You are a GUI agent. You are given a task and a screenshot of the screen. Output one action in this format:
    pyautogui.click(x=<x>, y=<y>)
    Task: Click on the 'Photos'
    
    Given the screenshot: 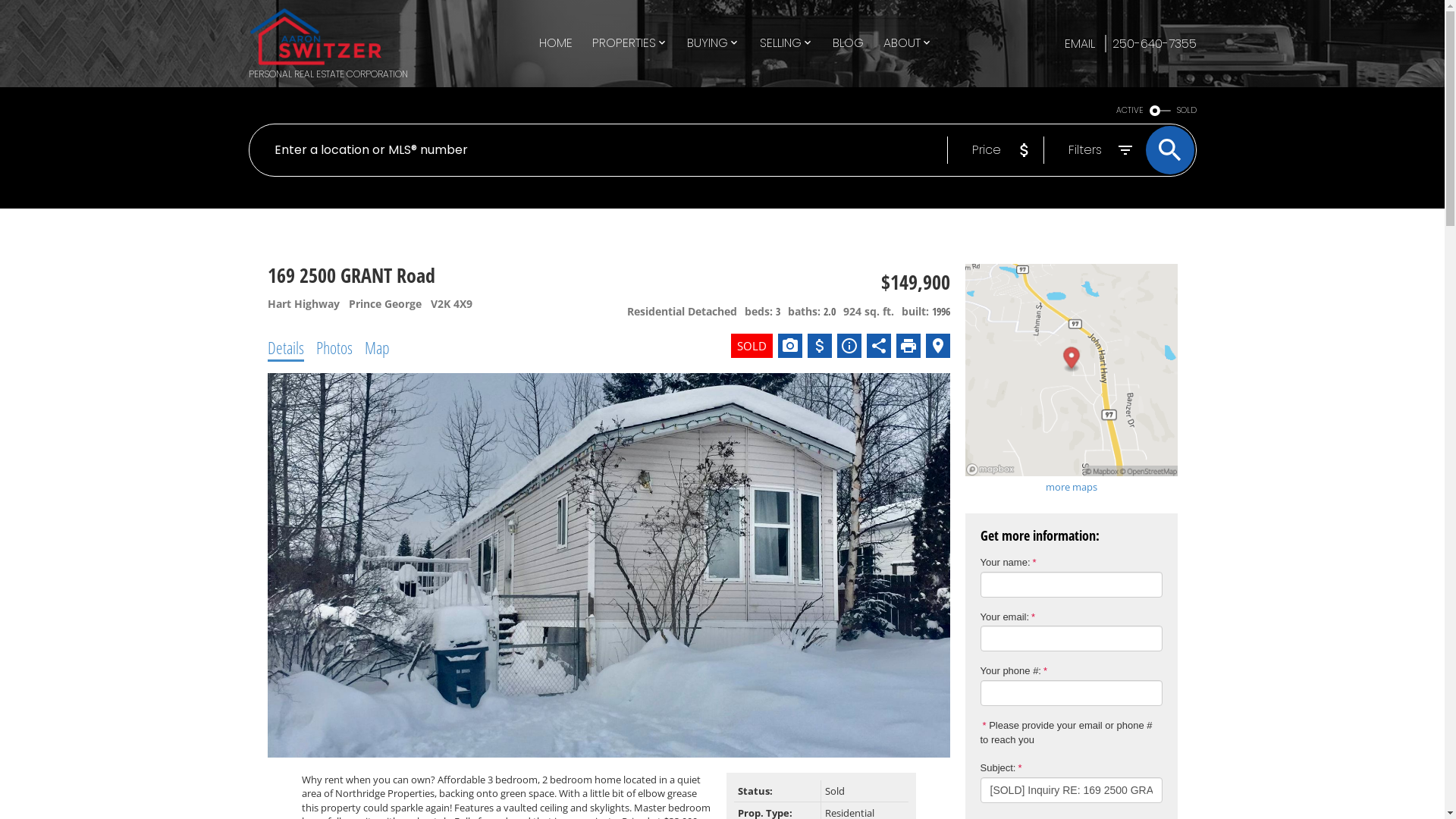 What is the action you would take?
    pyautogui.click(x=315, y=347)
    